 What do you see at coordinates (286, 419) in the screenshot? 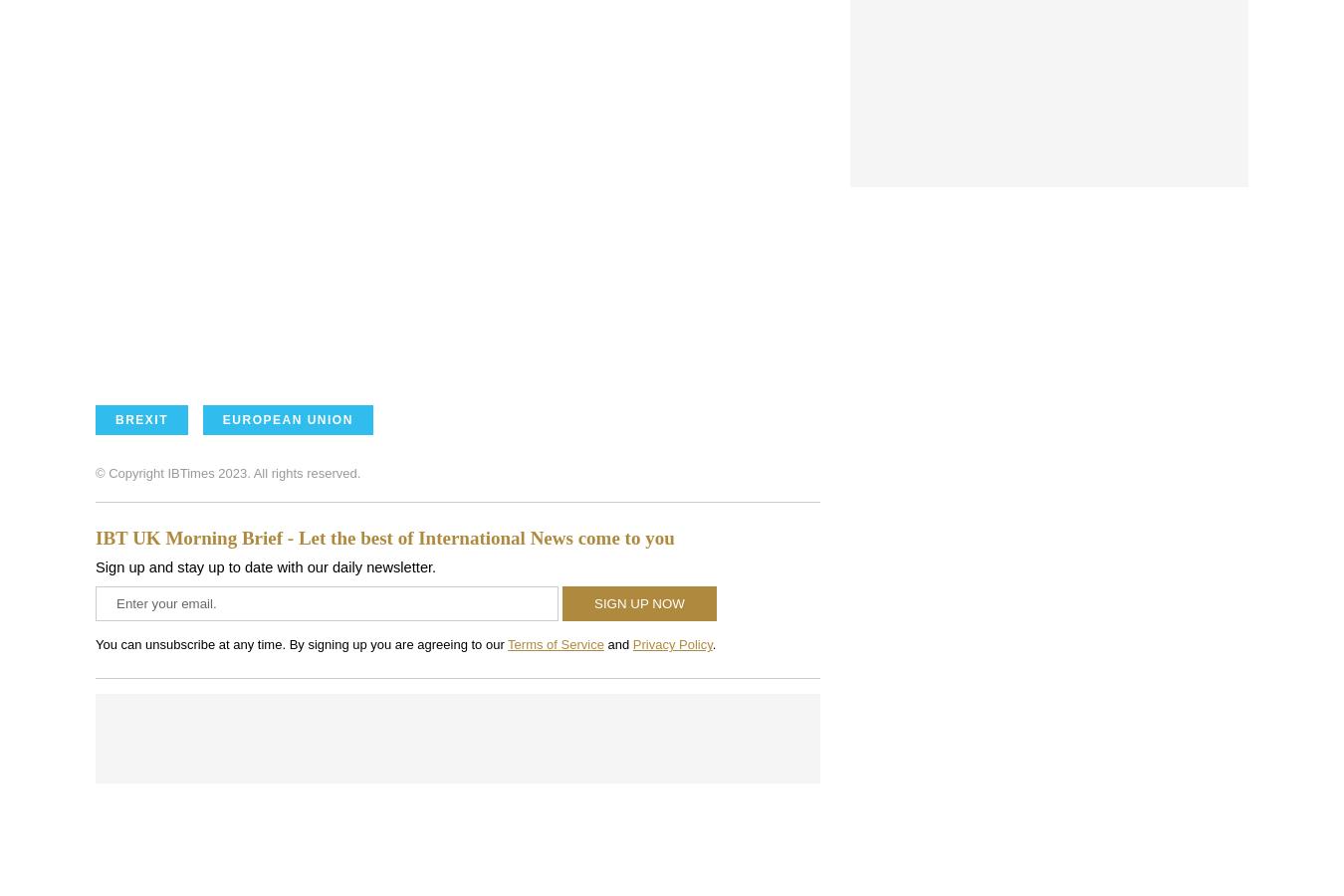
I see `'European Union'` at bounding box center [286, 419].